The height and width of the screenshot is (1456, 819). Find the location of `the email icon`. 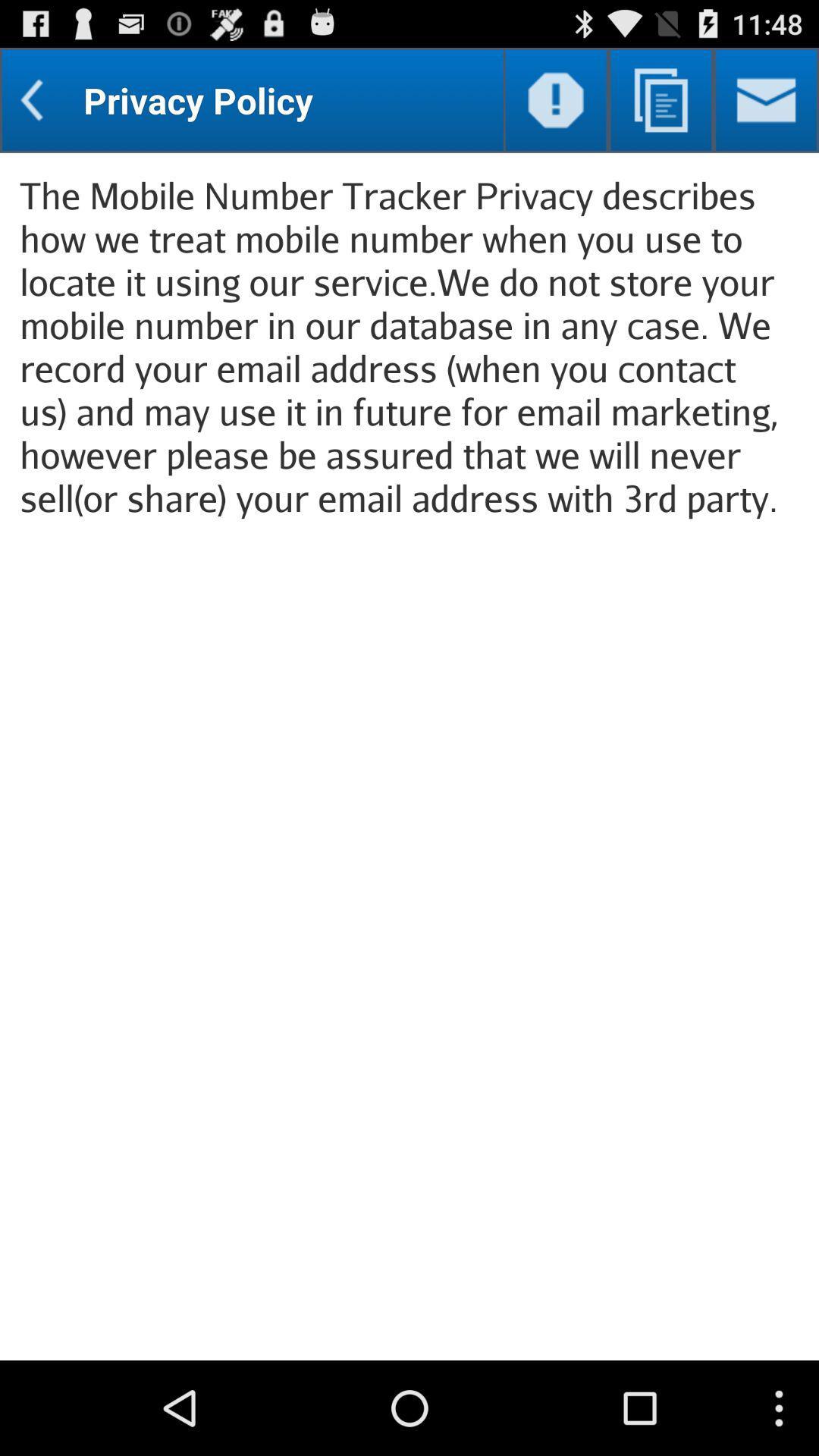

the email icon is located at coordinates (766, 106).